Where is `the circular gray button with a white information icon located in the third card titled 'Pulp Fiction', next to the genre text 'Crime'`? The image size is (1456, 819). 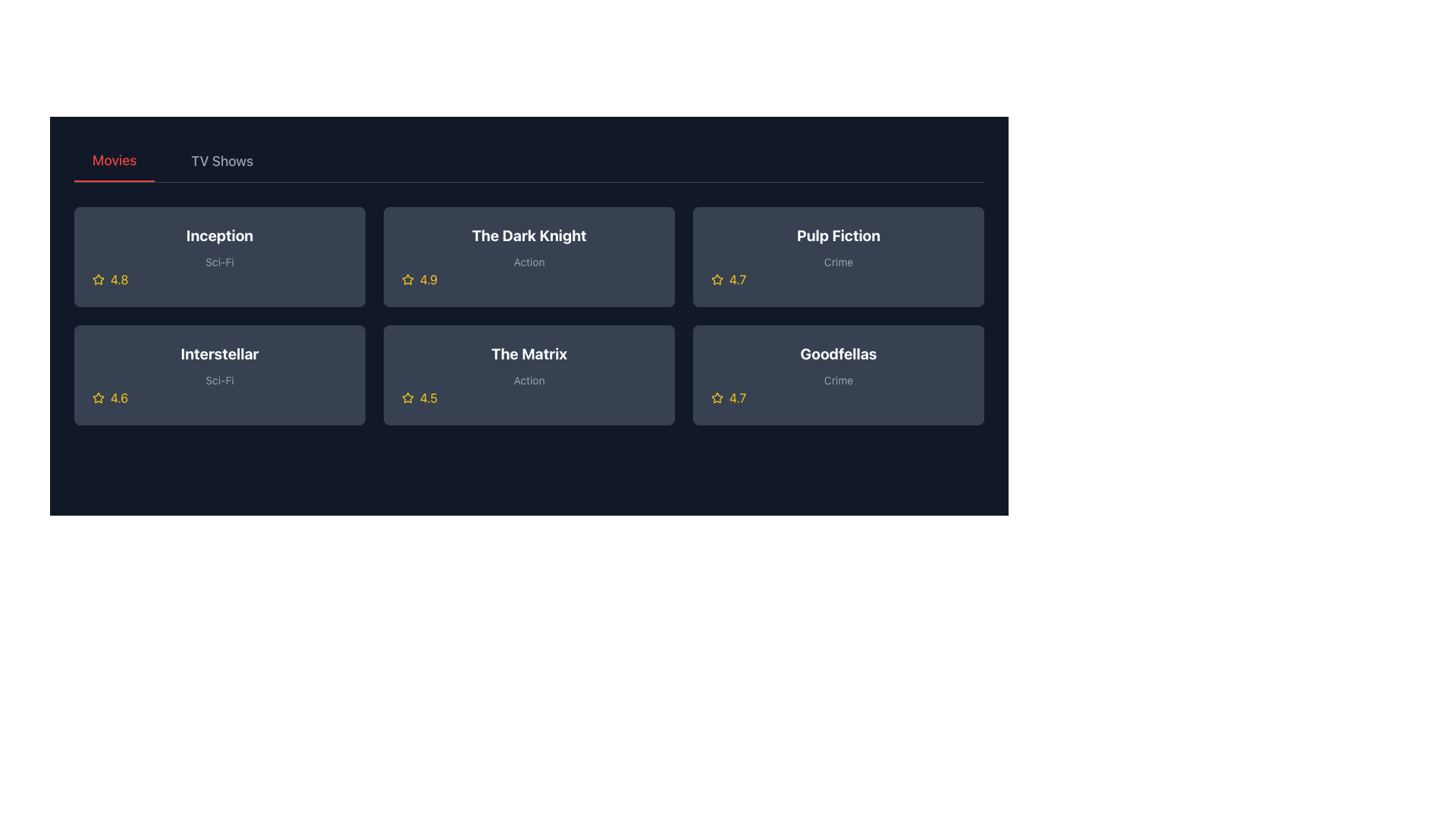 the circular gray button with a white information icon located in the third card titled 'Pulp Fiction', next to the genre text 'Crime' is located at coordinates (837, 256).